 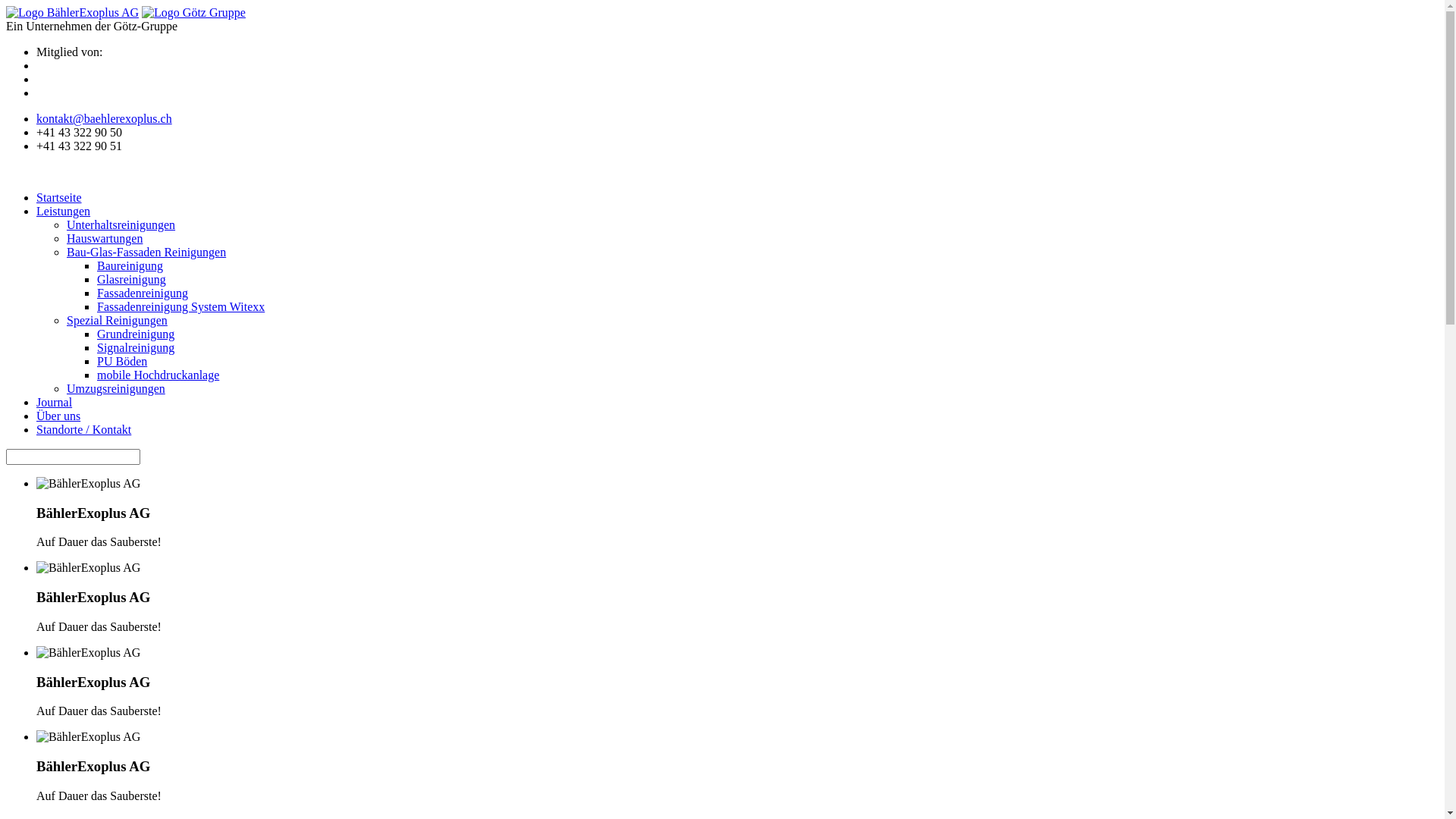 I want to click on 'Standorte / Kontakt', so click(x=83, y=429).